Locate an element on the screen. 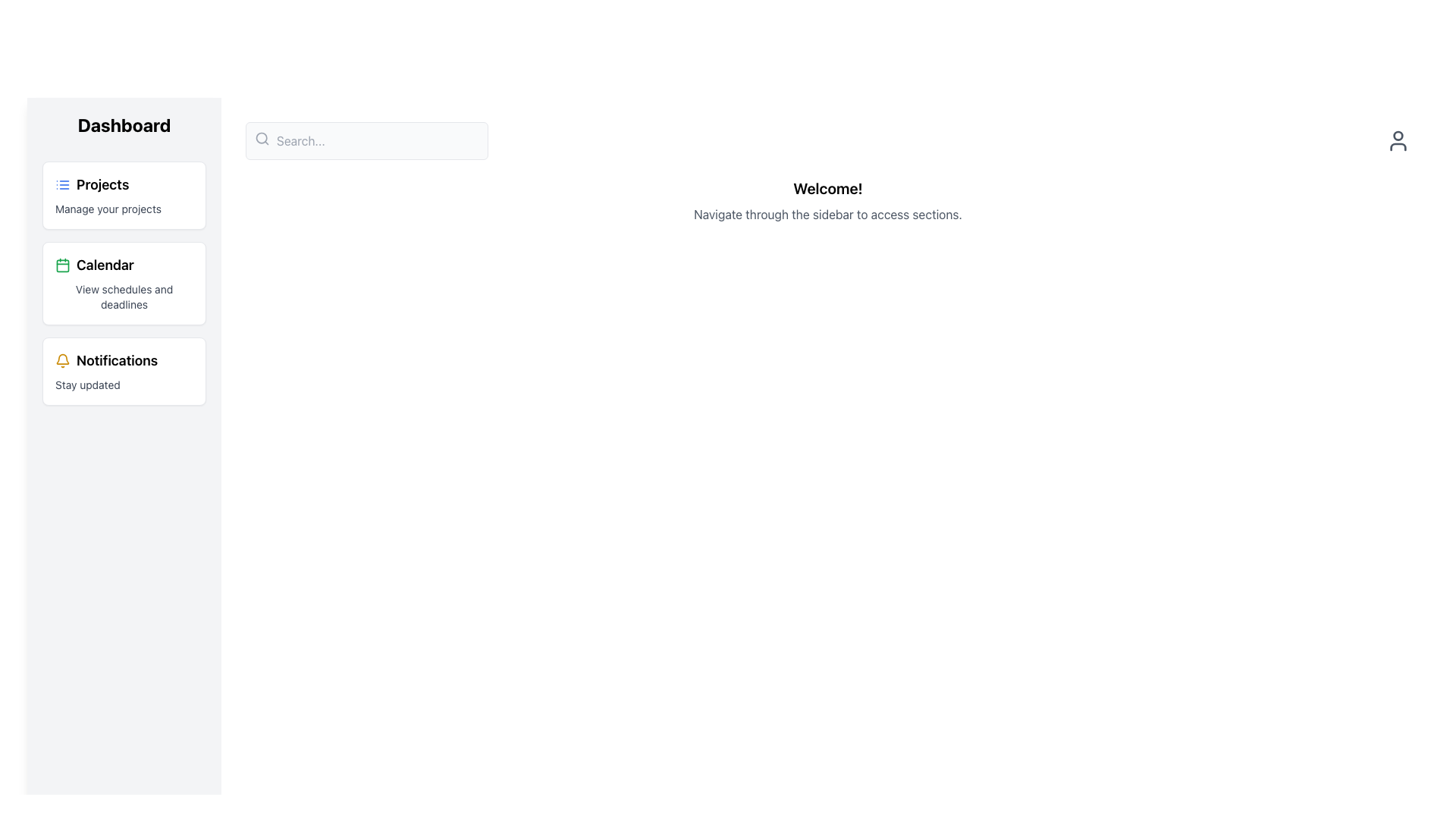 This screenshot has height=819, width=1456. the 'Projects' icon located in the vertical navigation bar to the left of the text label 'Projects' is located at coordinates (61, 184).